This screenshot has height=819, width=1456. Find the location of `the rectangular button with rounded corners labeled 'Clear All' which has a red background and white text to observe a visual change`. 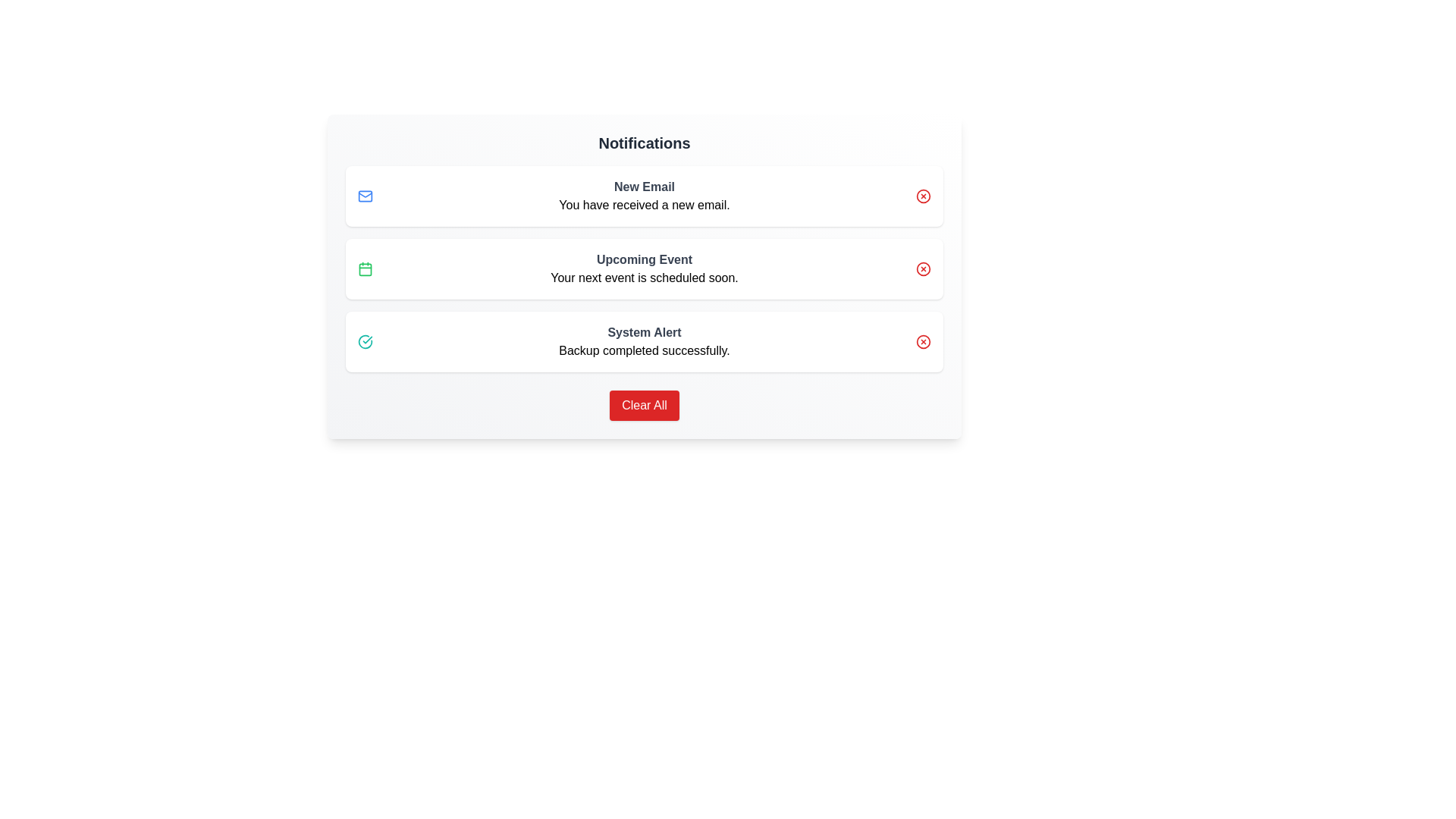

the rectangular button with rounded corners labeled 'Clear All' which has a red background and white text to observe a visual change is located at coordinates (644, 405).